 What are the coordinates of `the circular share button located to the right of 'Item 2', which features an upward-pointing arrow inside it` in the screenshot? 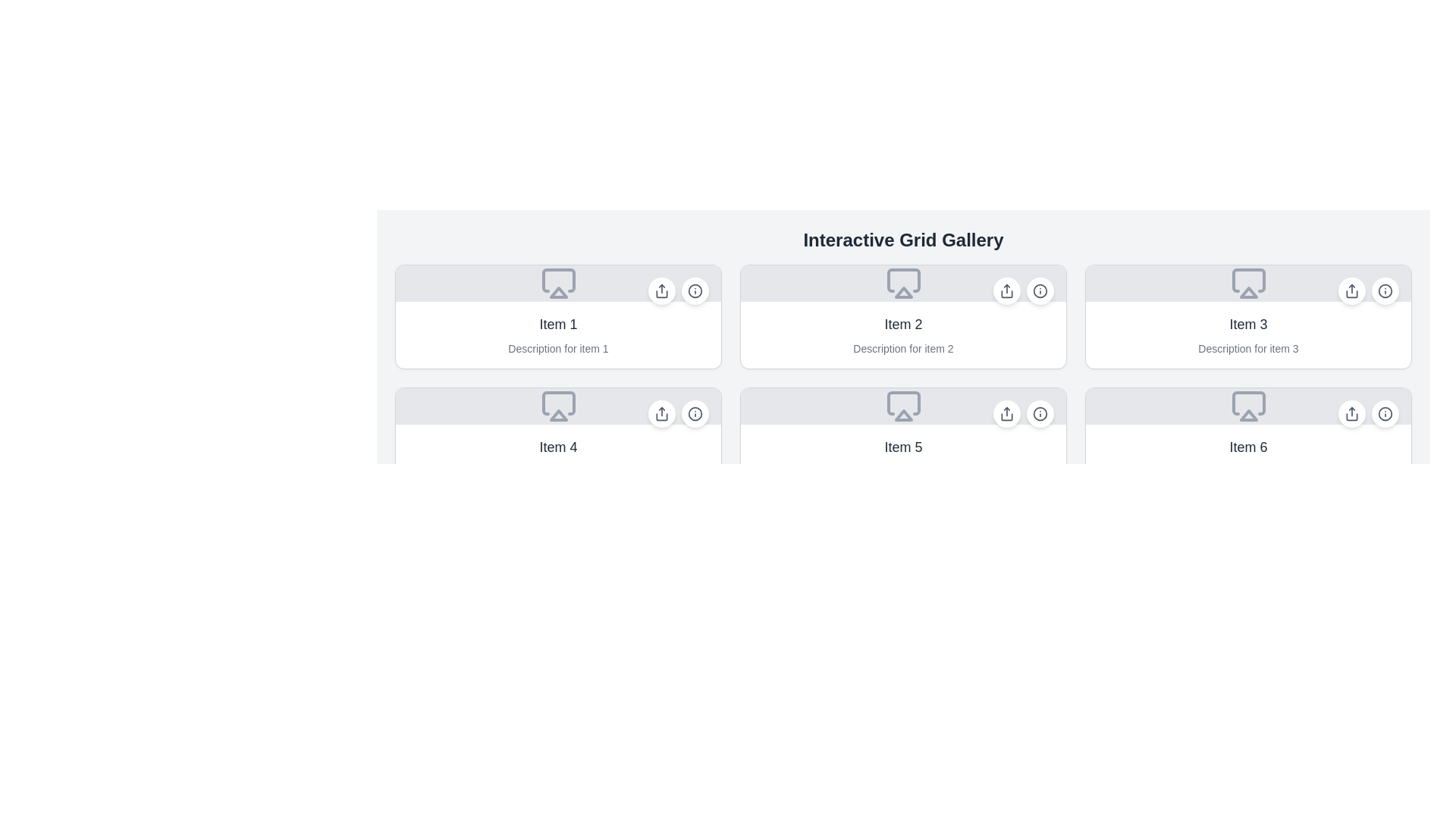 It's located at (1007, 291).